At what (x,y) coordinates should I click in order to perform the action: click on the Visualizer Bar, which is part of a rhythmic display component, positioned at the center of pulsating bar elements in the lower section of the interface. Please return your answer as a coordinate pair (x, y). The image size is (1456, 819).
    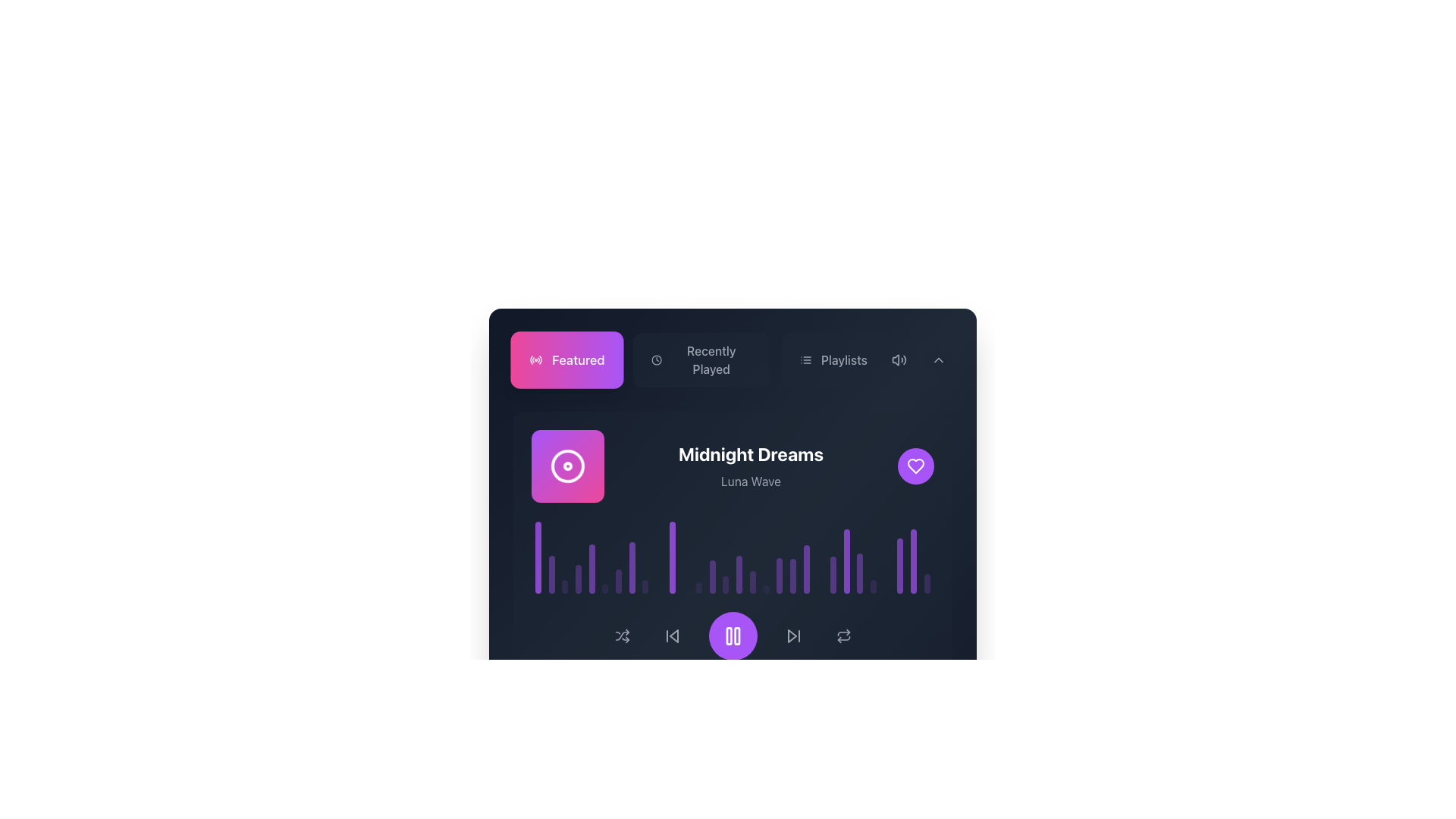
    Looking at the image, I should click on (725, 584).